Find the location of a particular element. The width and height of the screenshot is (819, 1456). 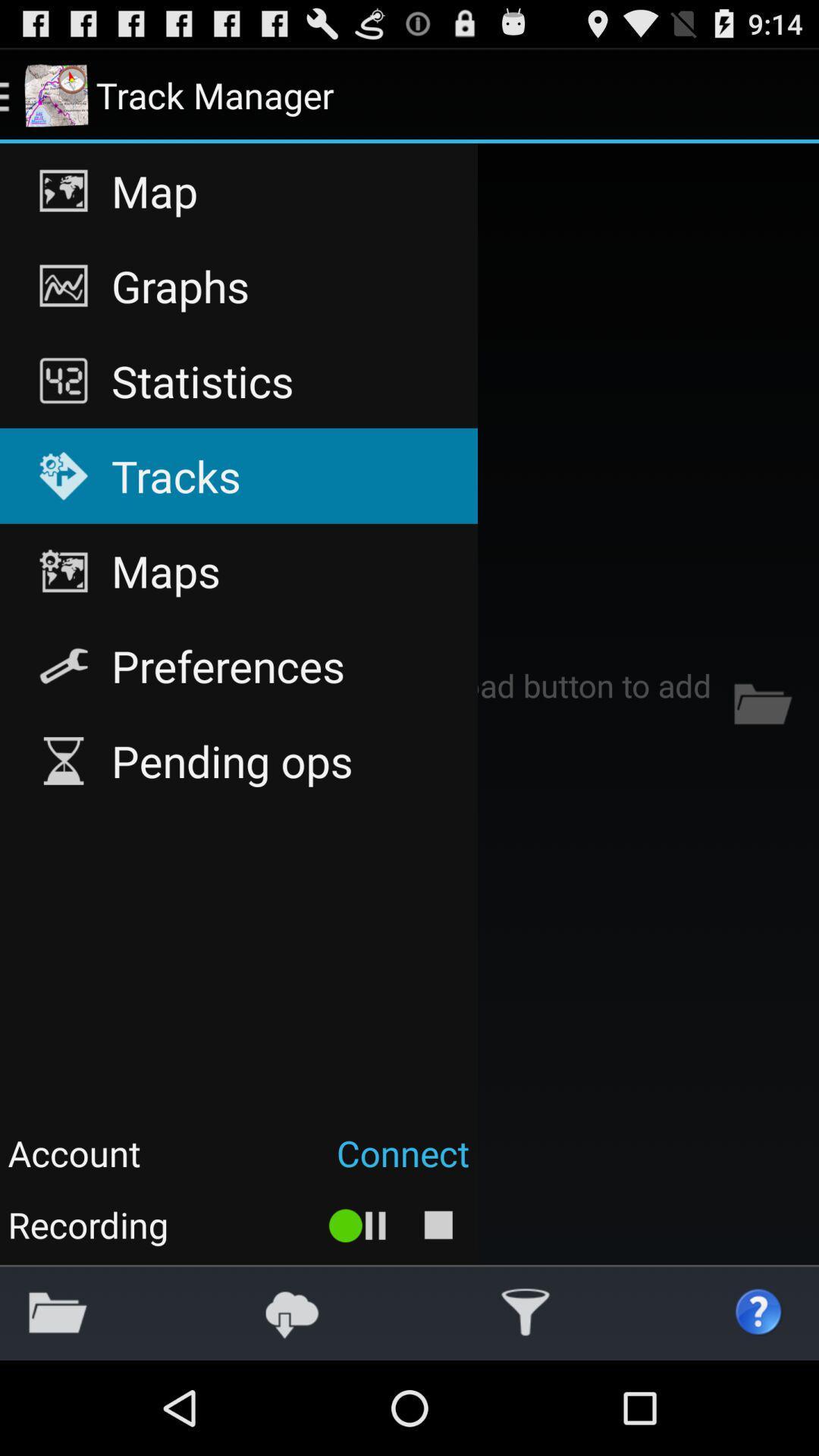

preferences item is located at coordinates (239, 666).